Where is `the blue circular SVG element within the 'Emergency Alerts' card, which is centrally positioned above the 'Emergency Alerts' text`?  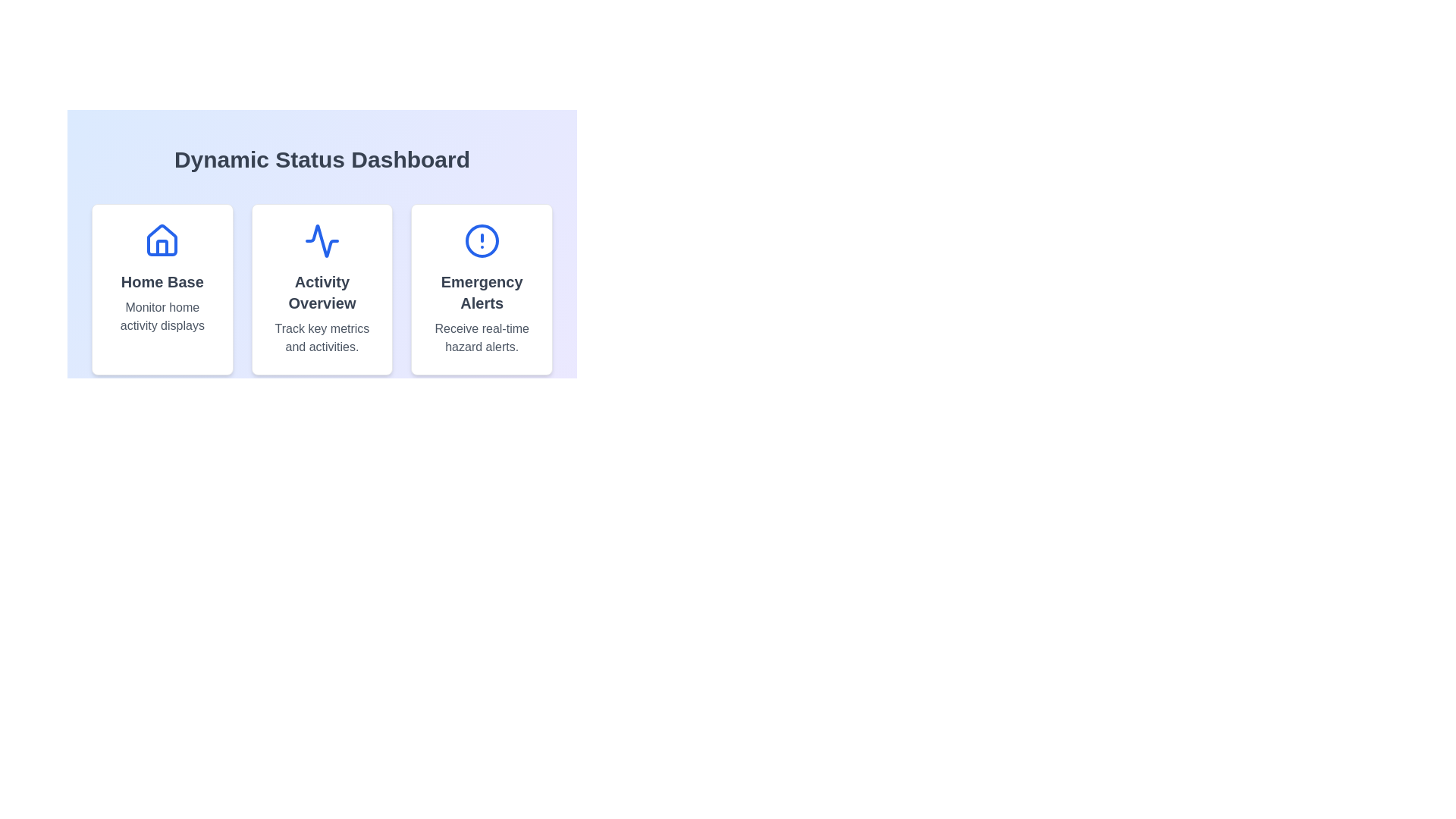
the blue circular SVG element within the 'Emergency Alerts' card, which is centrally positioned above the 'Emergency Alerts' text is located at coordinates (481, 240).